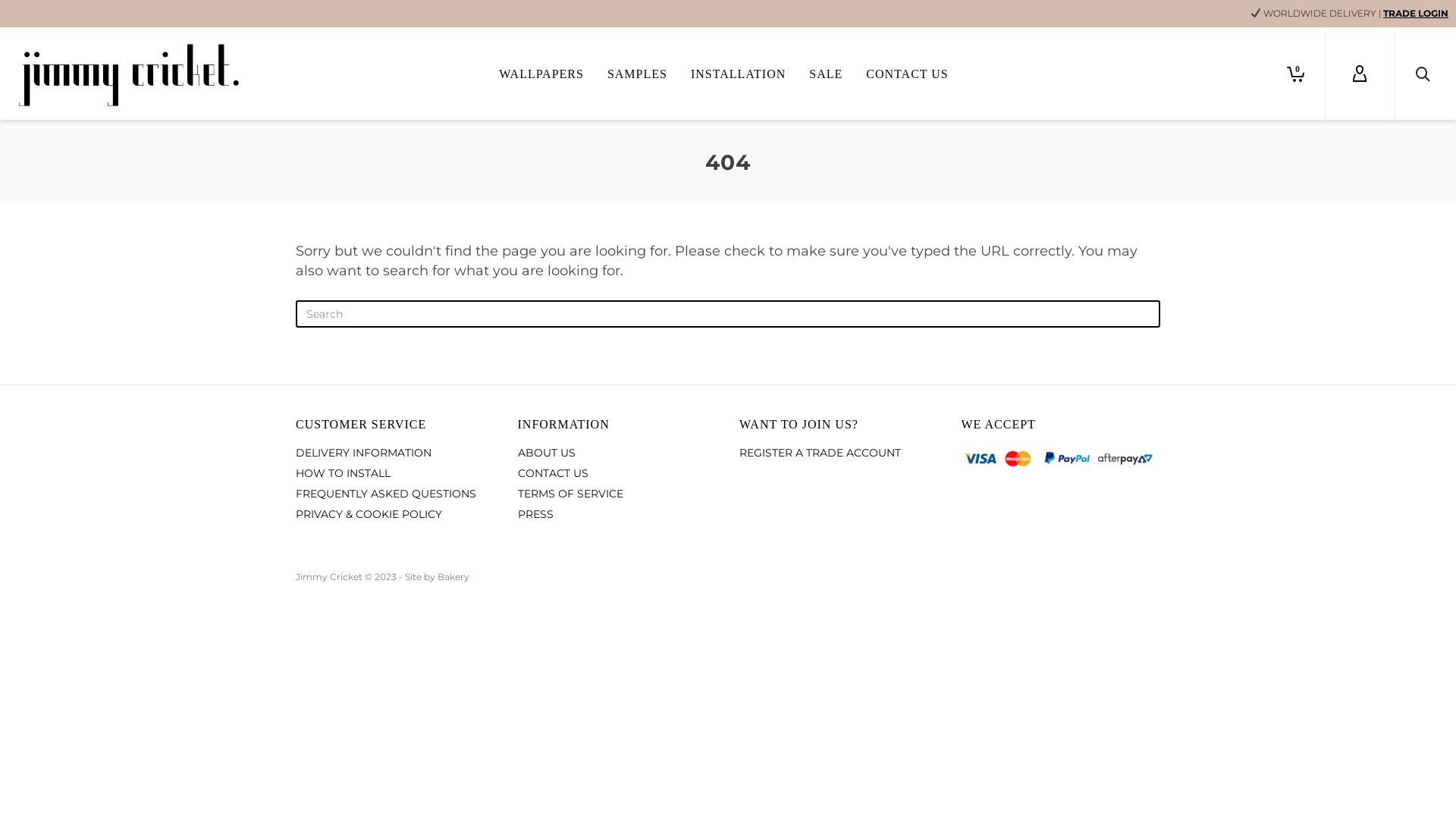  What do you see at coordinates (395, 513) in the screenshot?
I see `'PRIVACY & COOKIE POLICY'` at bounding box center [395, 513].